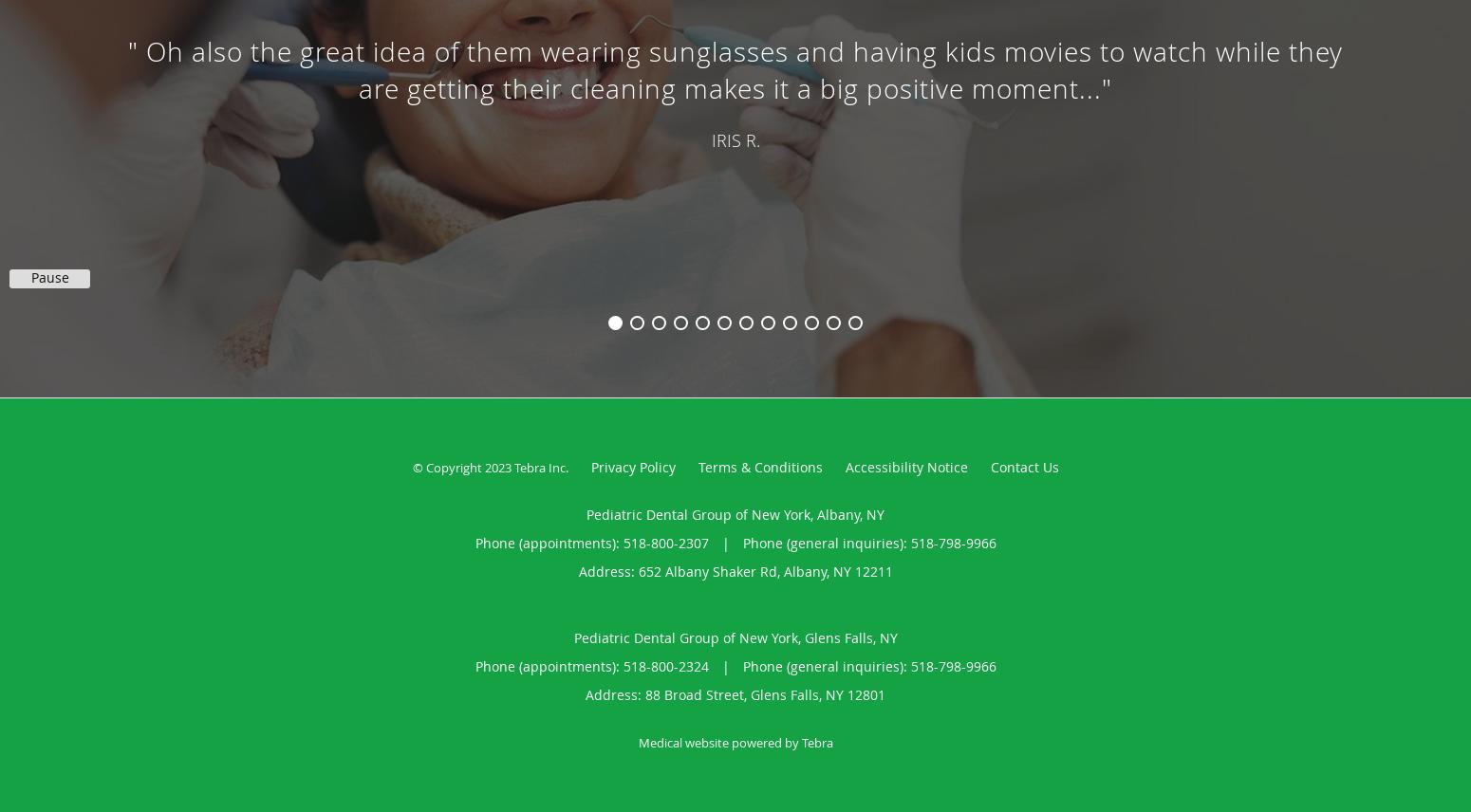 The width and height of the screenshot is (1471, 812). Describe the element at coordinates (735, 741) in the screenshot. I see `'Medical website powered by Tebra'` at that location.